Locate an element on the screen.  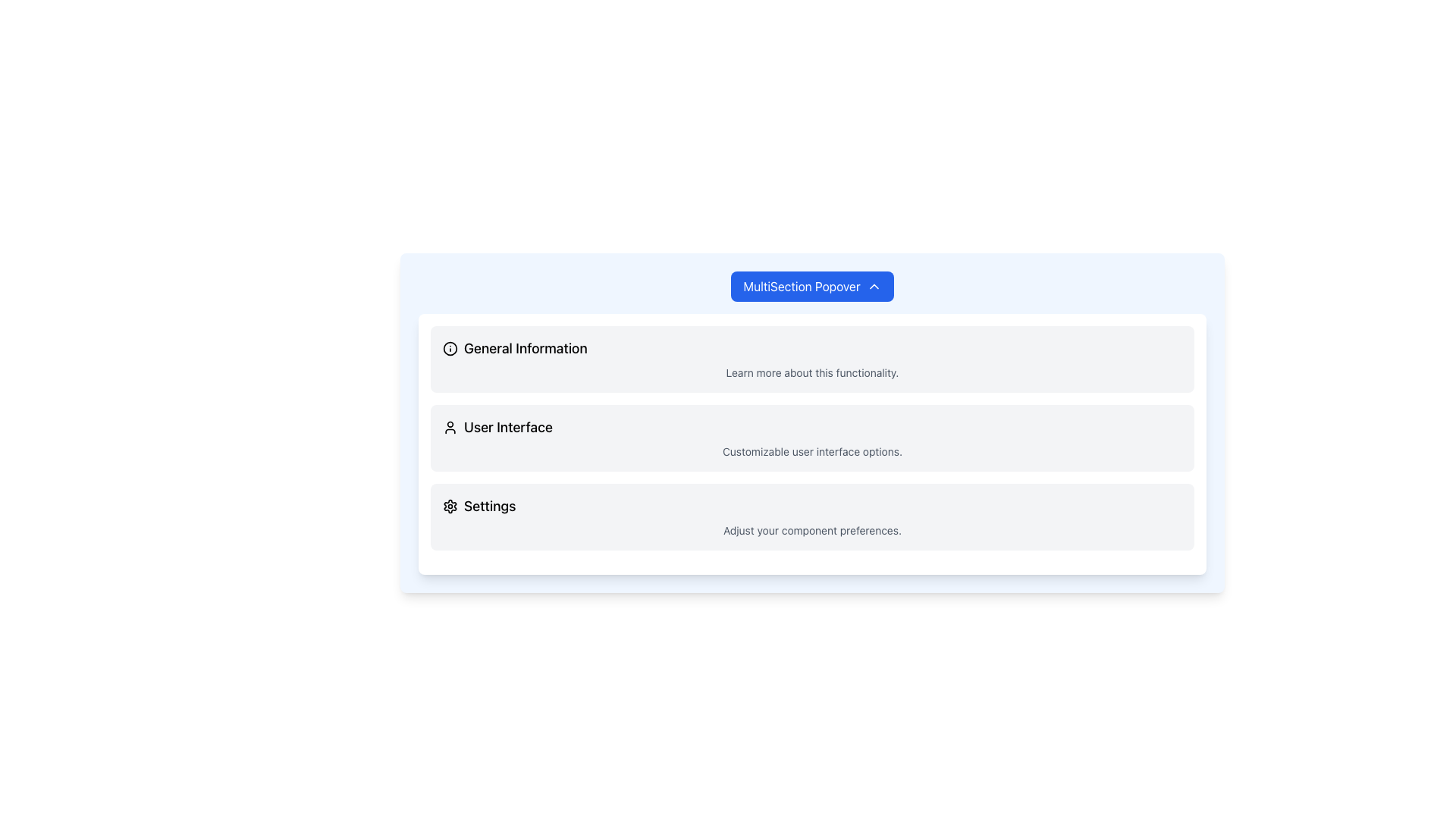
the static text label that says 'Adjust your component preferences.' located below the 'Settings' title in the 'Settings' section card is located at coordinates (811, 529).